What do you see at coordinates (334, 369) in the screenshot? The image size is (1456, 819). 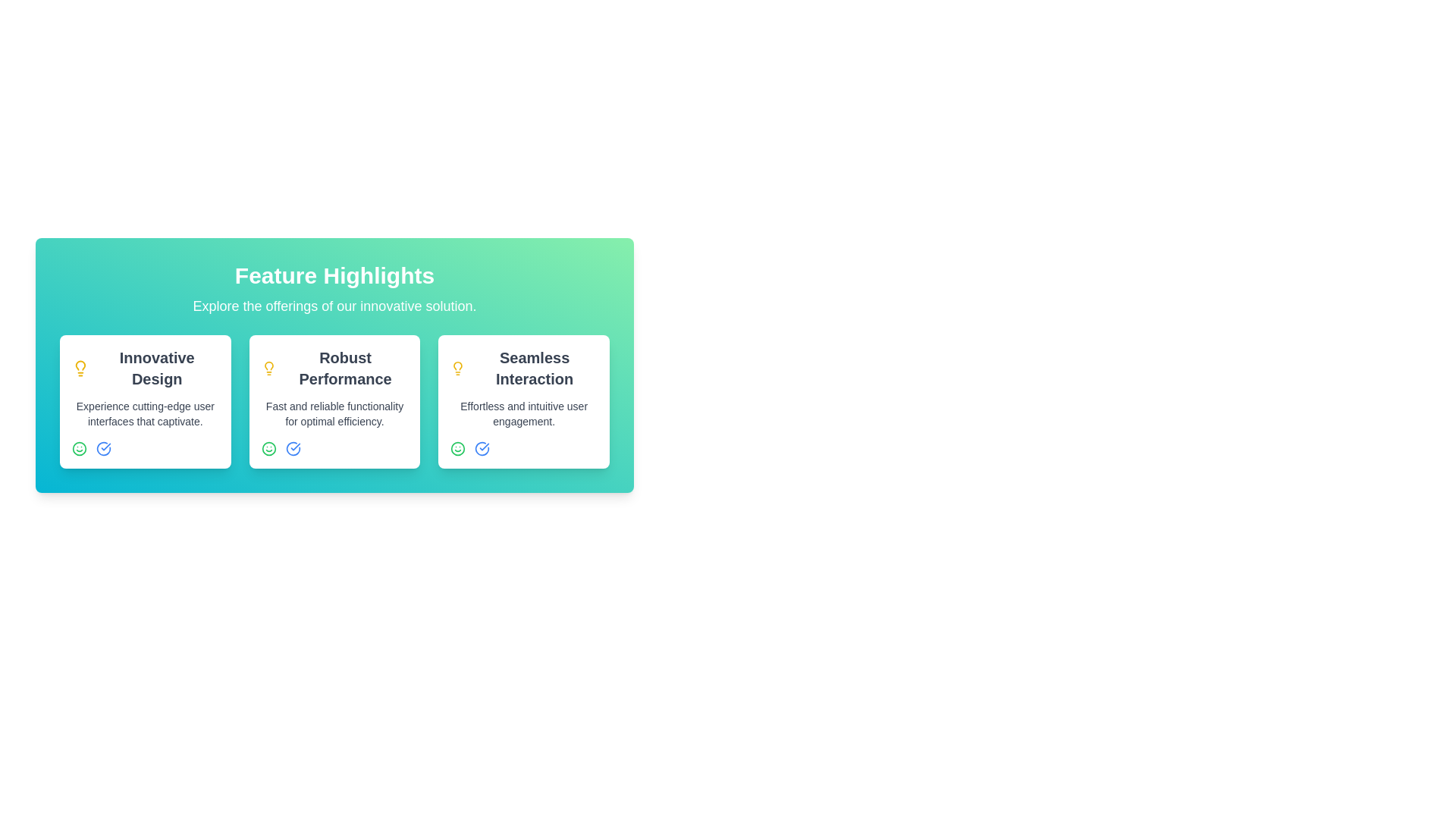 I see `bold text label 'Robust Performance' accompanied by the yellow lightbulb icon, located at the top section of the central card within a horizontally arranged trio in the grid` at bounding box center [334, 369].